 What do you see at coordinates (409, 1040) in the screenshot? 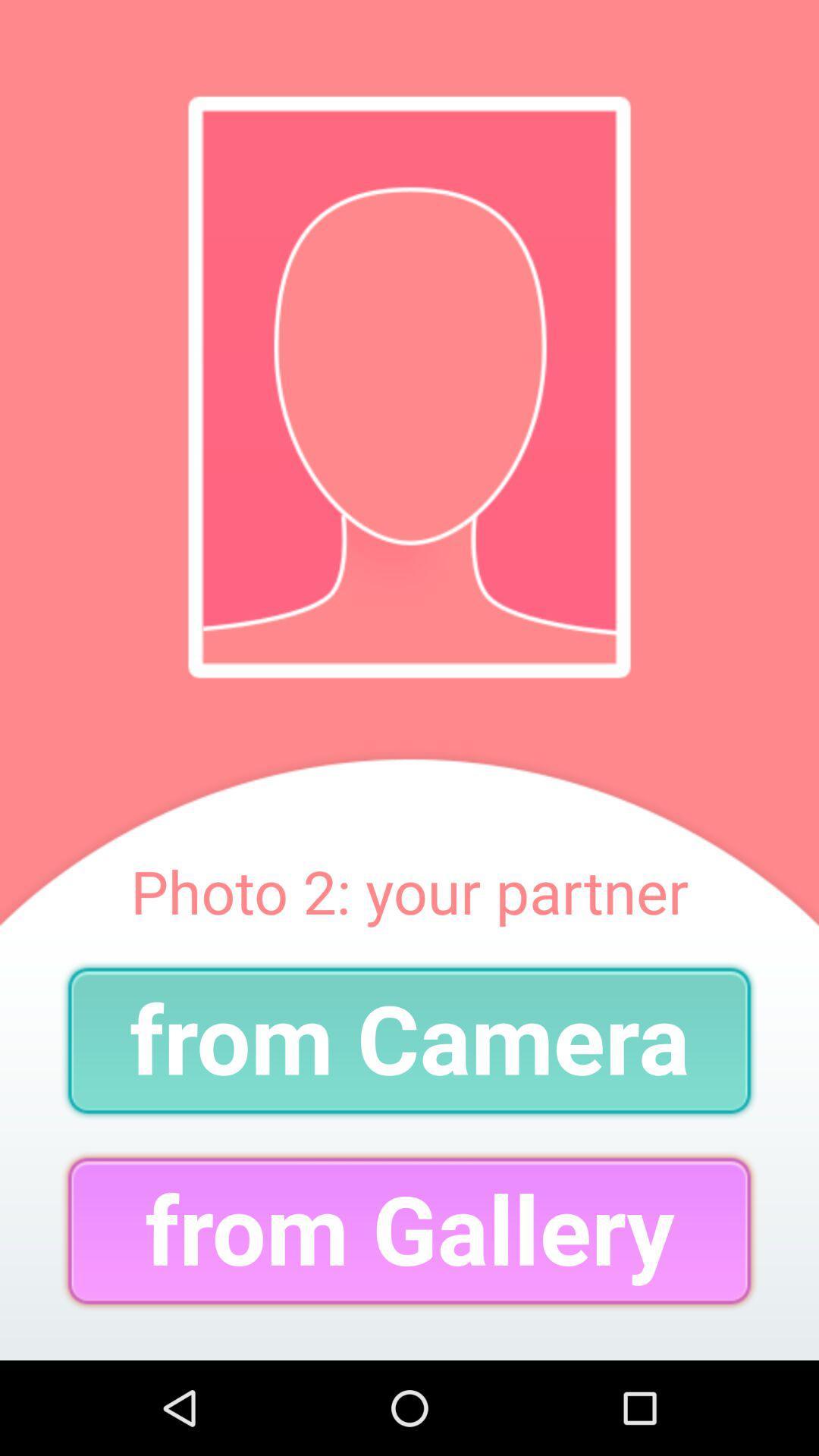
I see `item below the photo 2 your item` at bounding box center [409, 1040].